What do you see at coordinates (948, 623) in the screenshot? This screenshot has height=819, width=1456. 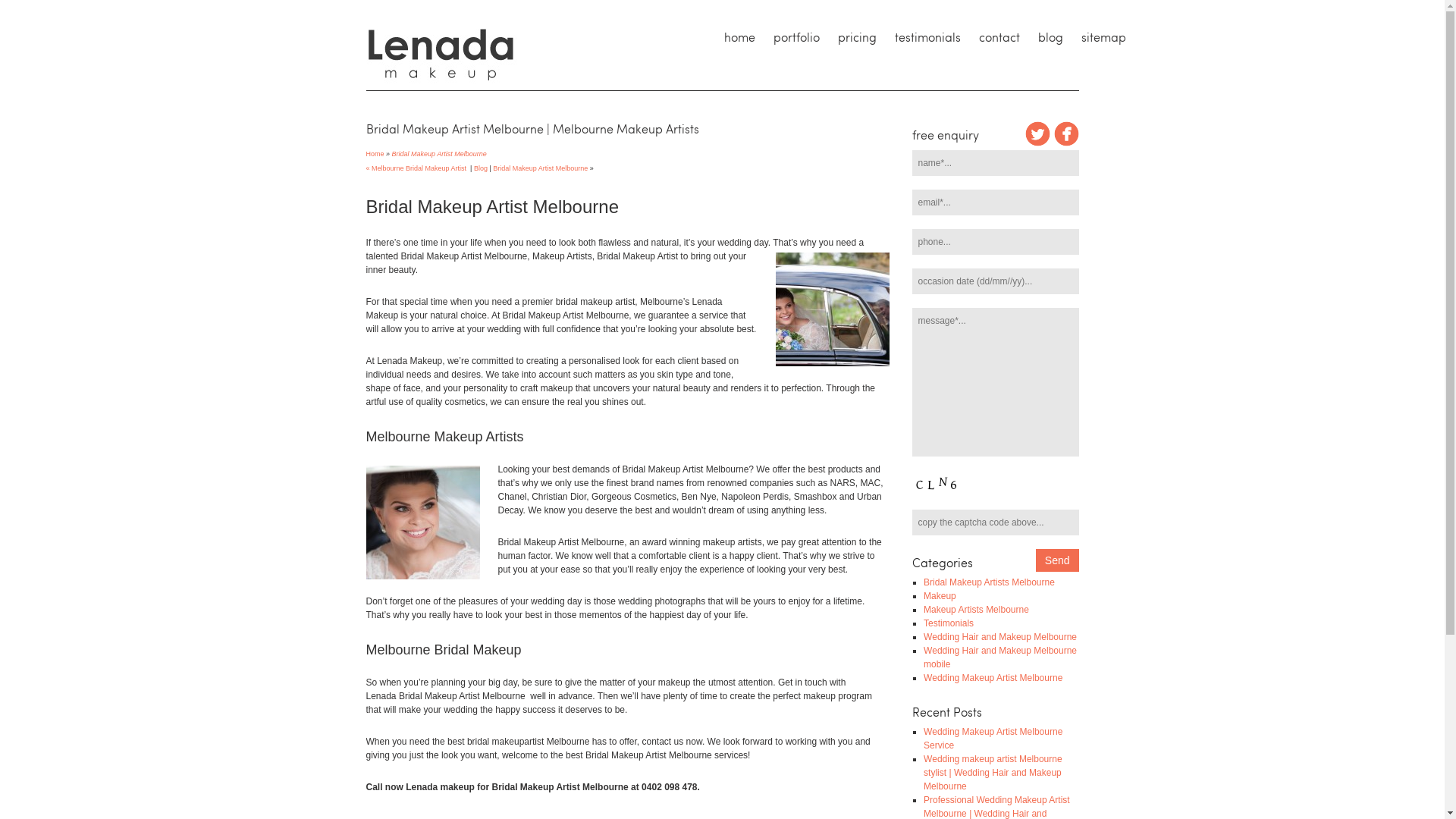 I see `'Testimonials'` at bounding box center [948, 623].